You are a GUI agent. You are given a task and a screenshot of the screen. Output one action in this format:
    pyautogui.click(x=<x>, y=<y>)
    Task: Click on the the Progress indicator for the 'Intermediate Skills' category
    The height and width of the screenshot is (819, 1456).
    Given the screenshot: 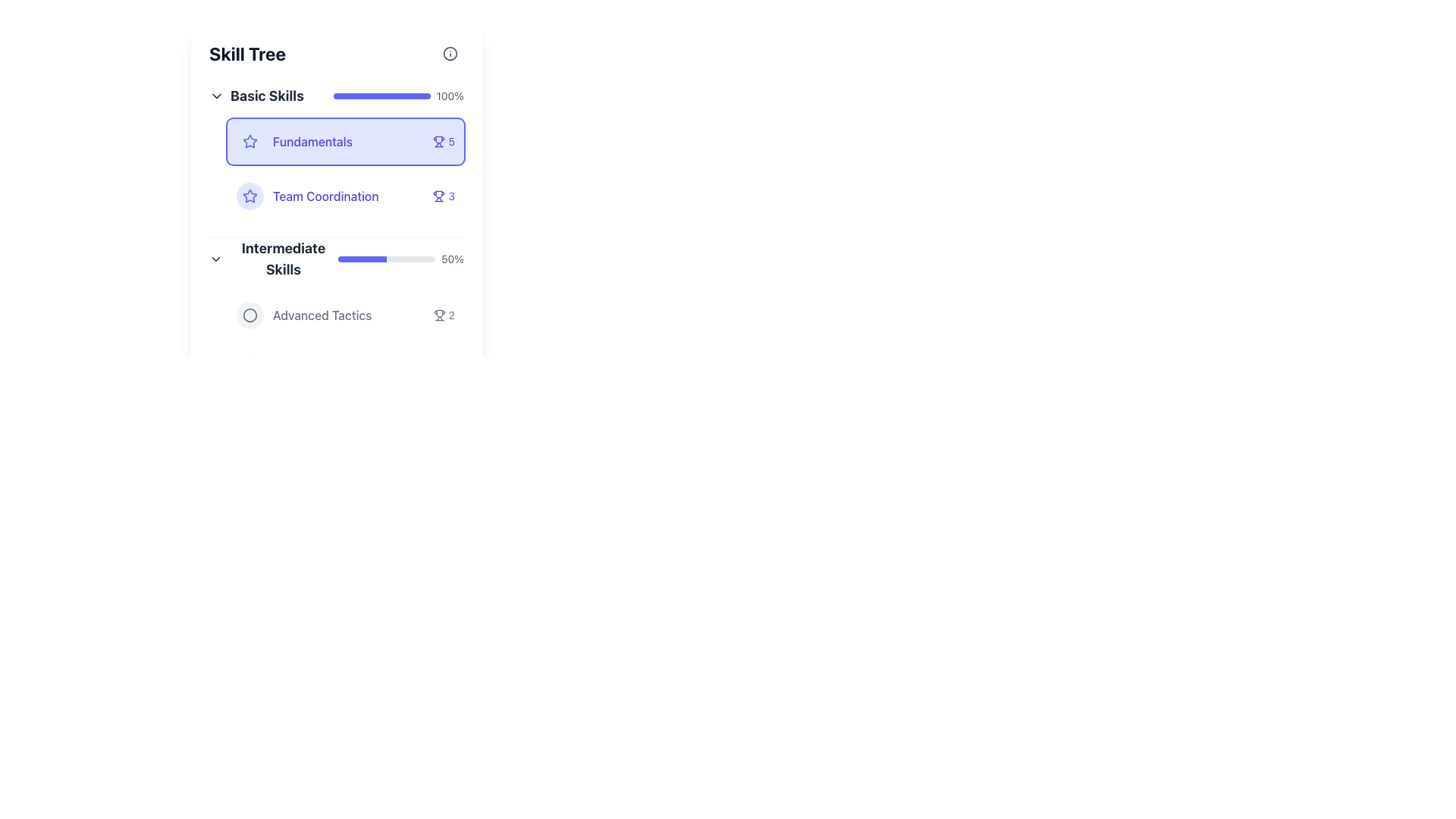 What is the action you would take?
    pyautogui.click(x=336, y=259)
    